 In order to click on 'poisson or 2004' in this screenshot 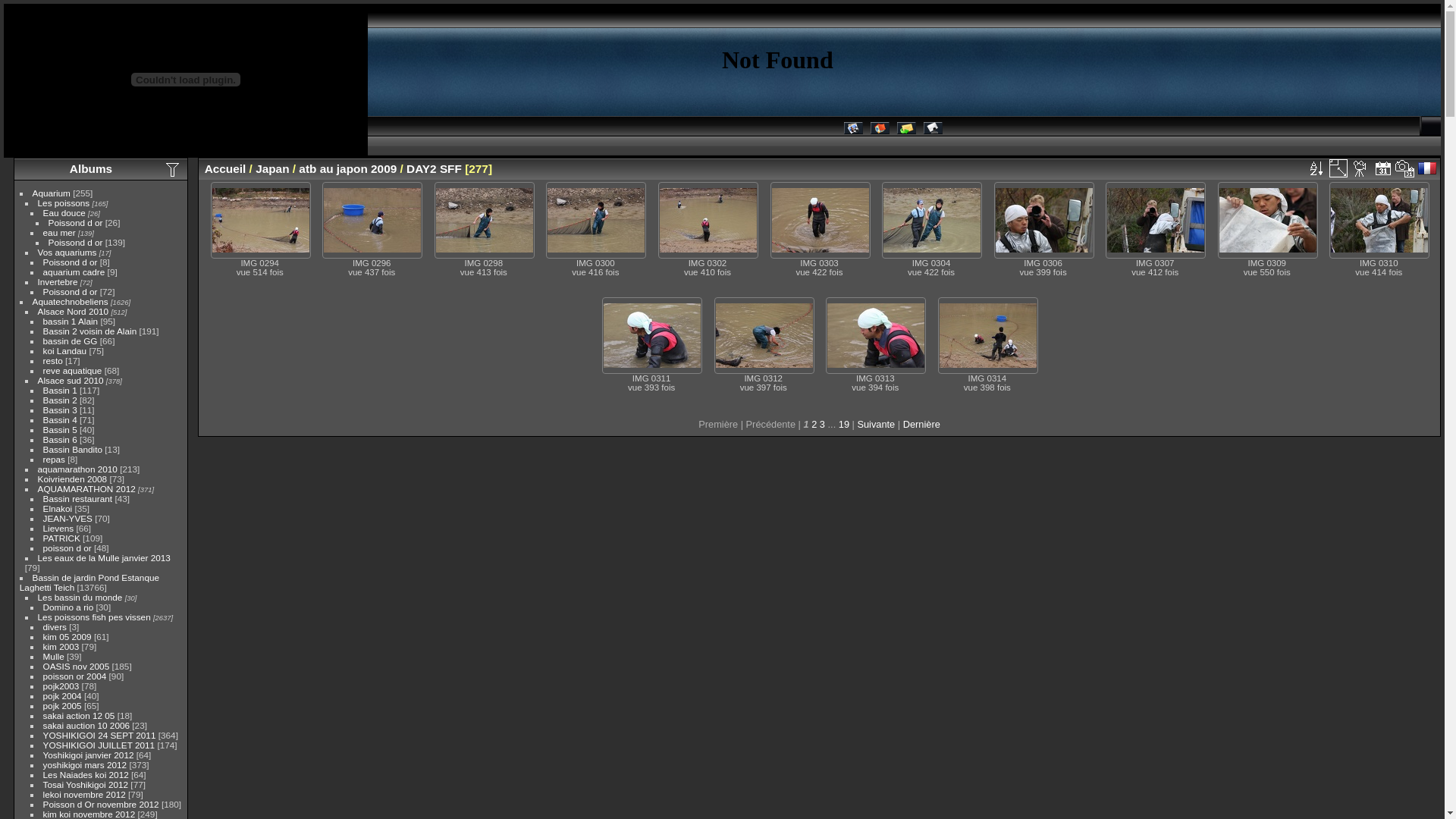, I will do `click(74, 675)`.